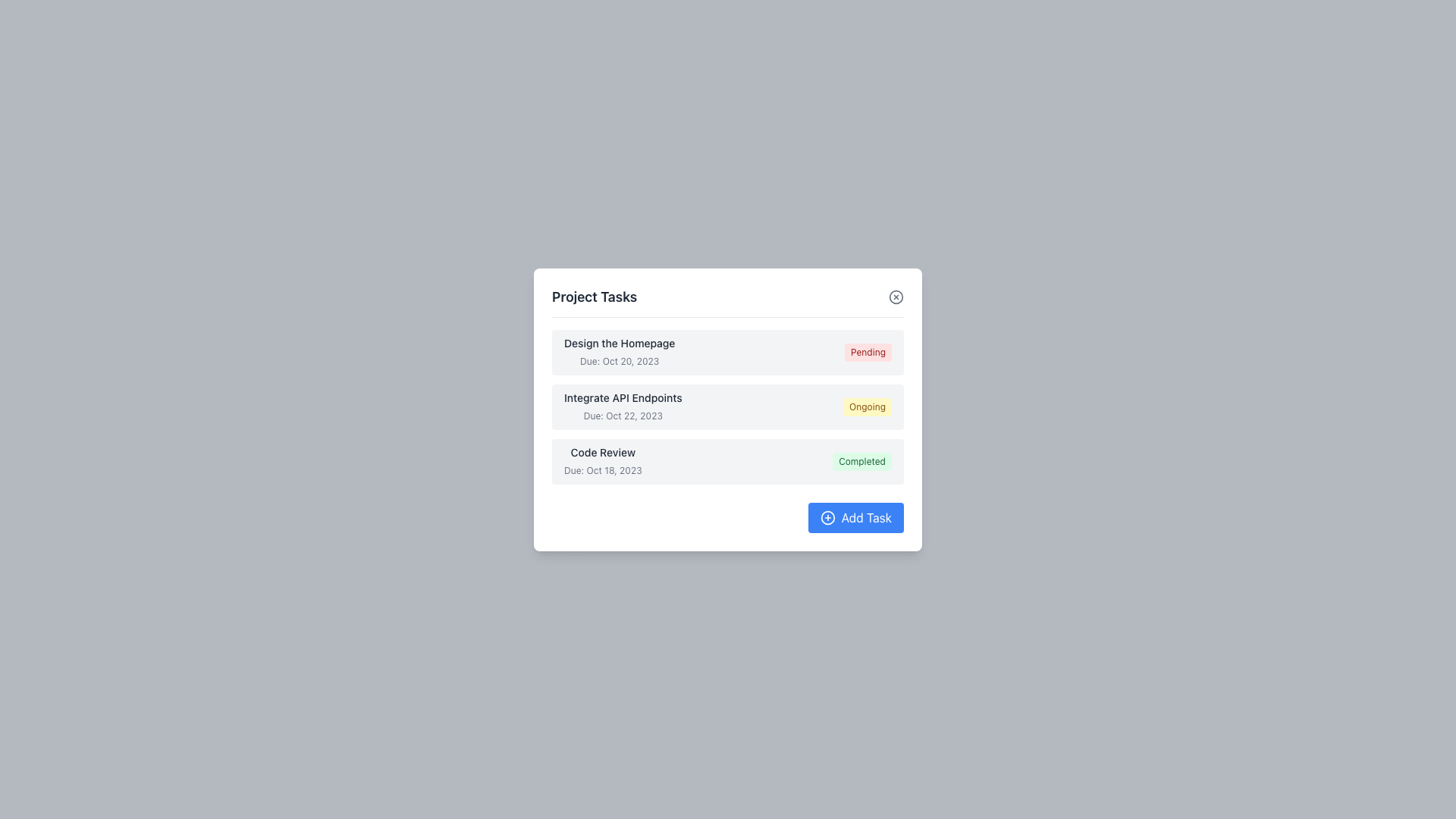 The width and height of the screenshot is (1456, 819). Describe the element at coordinates (896, 297) in the screenshot. I see `the circular close button icon located in the top-right corner of the 'Project Tasks' card, which is part of a minimalist design` at that location.